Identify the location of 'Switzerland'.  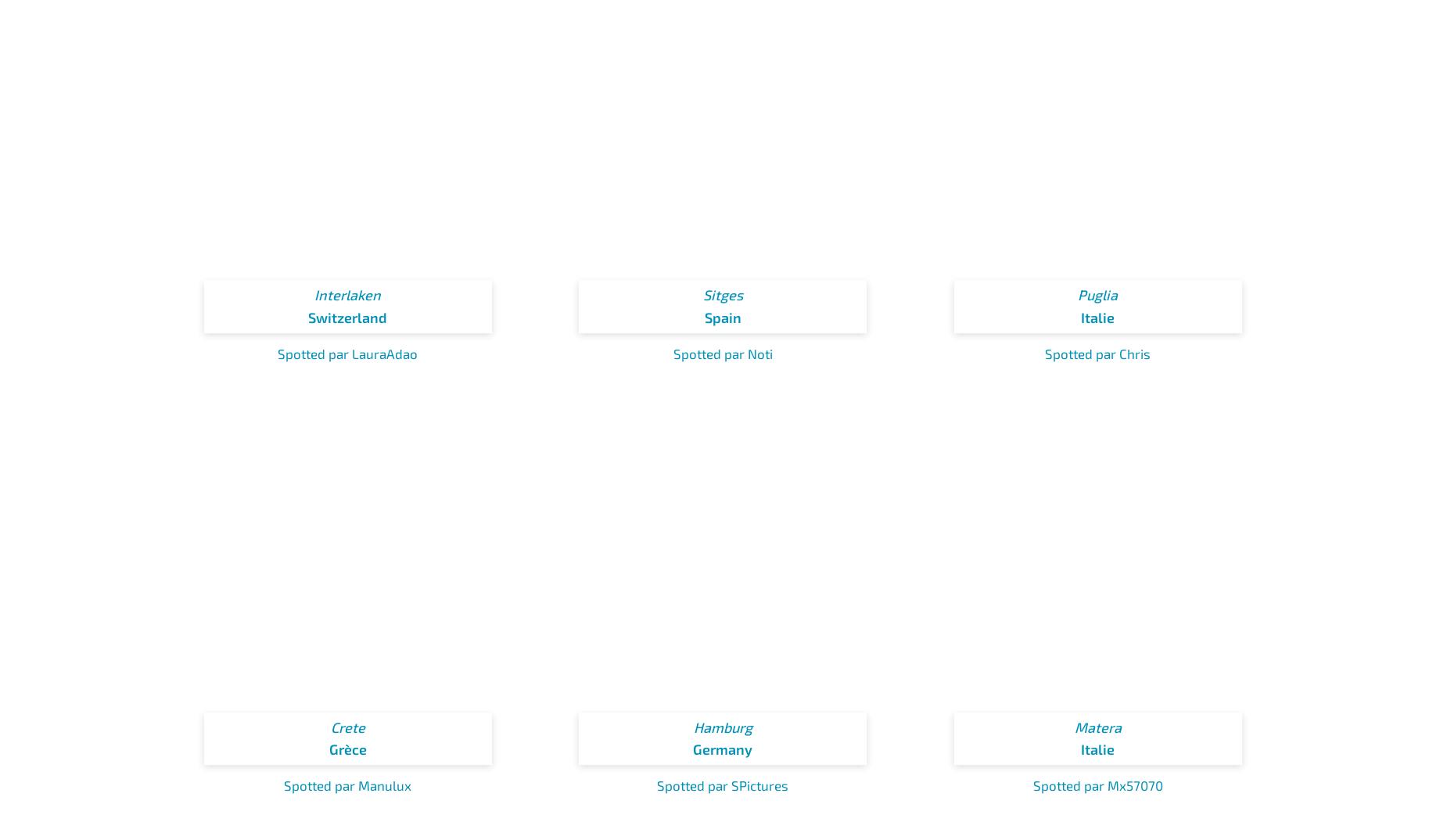
(307, 317).